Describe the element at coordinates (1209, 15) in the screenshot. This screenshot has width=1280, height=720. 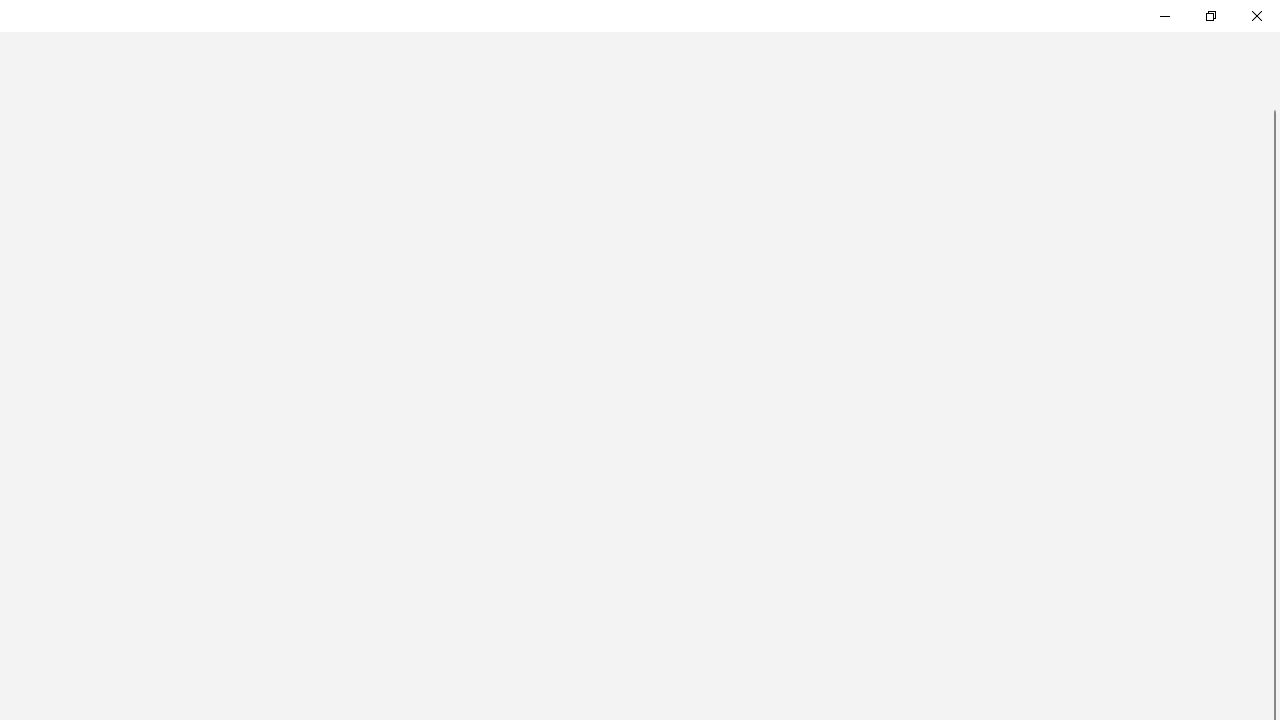
I see `'Restore Feedback Hub'` at that location.